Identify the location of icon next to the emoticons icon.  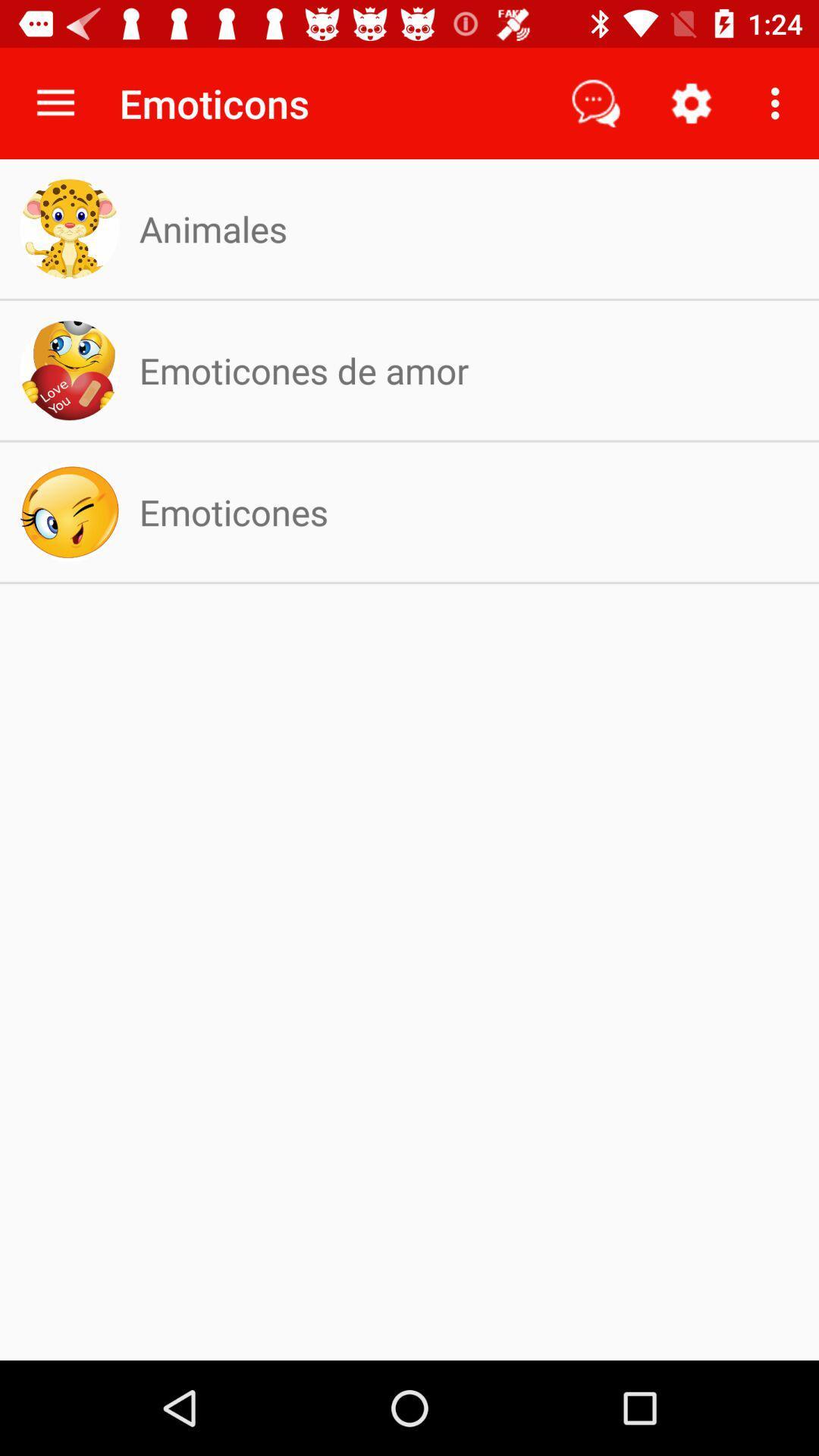
(55, 102).